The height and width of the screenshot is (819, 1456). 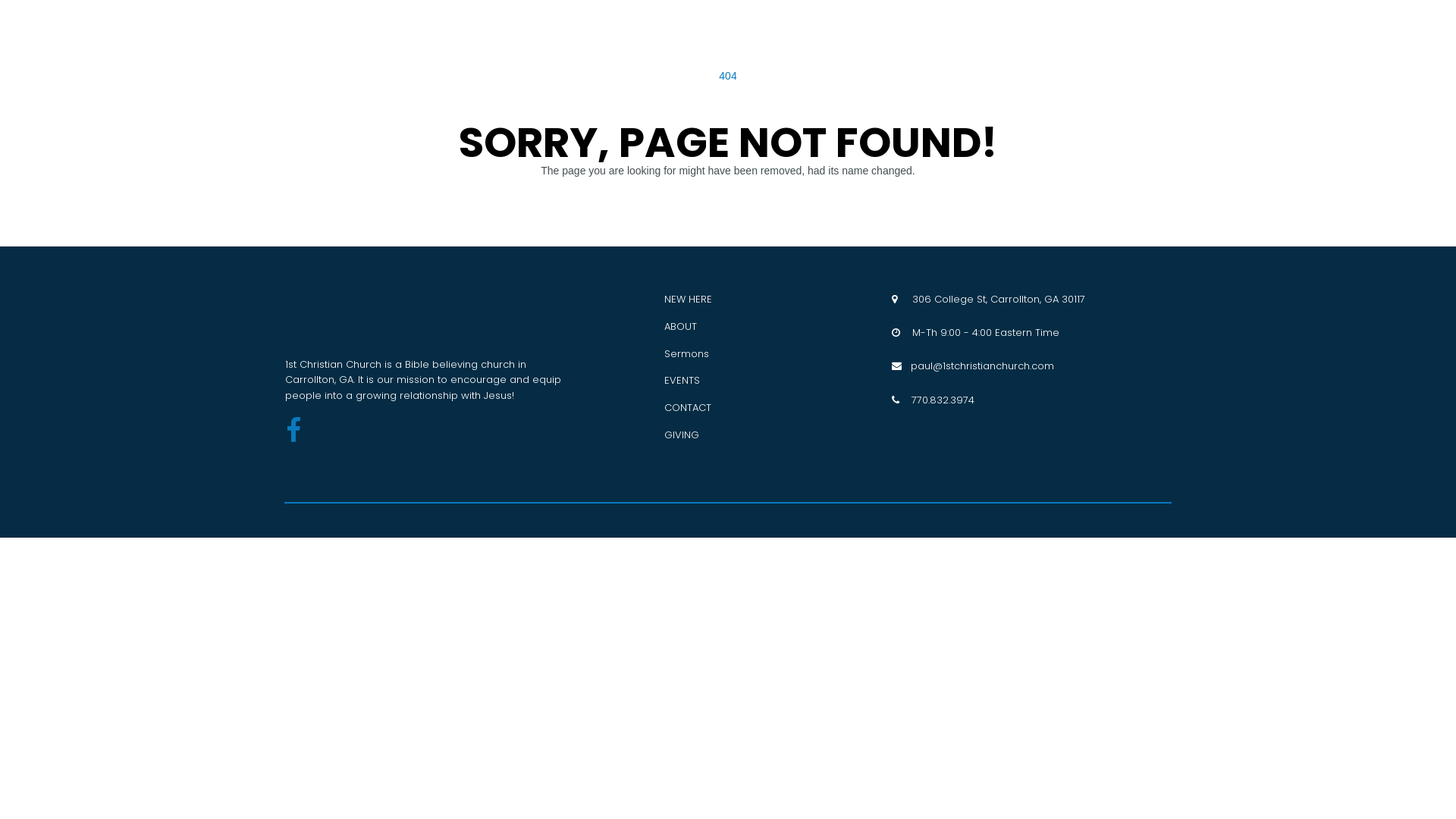 What do you see at coordinates (681, 379) in the screenshot?
I see `'EVENTS'` at bounding box center [681, 379].